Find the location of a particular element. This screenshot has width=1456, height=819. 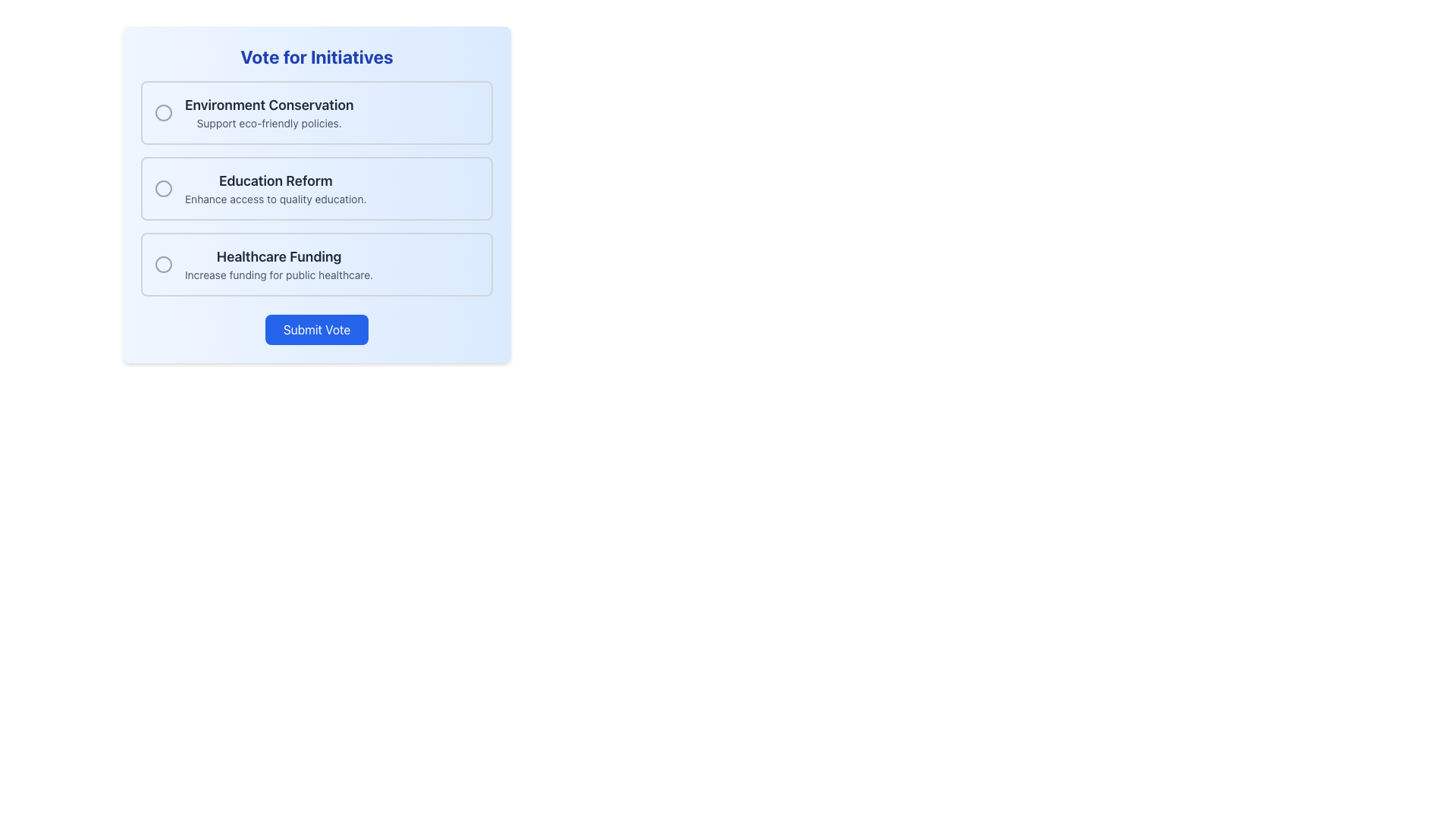

the center of the radio button associated with the 'Education Reform' option is located at coordinates (164, 188).